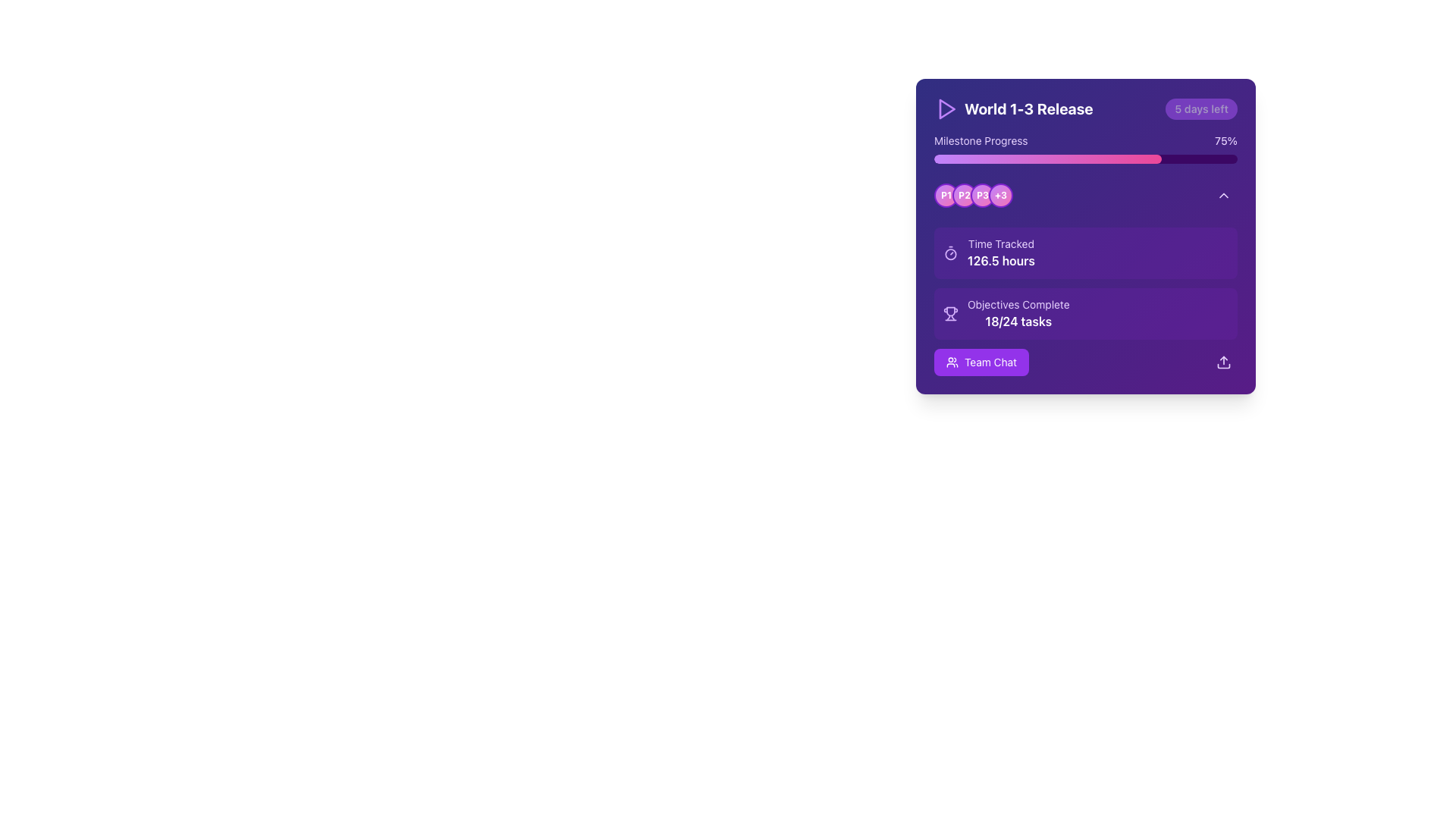 The image size is (1456, 819). Describe the element at coordinates (1018, 312) in the screenshot. I see `'Objectives Complete' text information which displays progress as '18/24 tasks' in a prominent style within a purple rounded rectangle` at that location.